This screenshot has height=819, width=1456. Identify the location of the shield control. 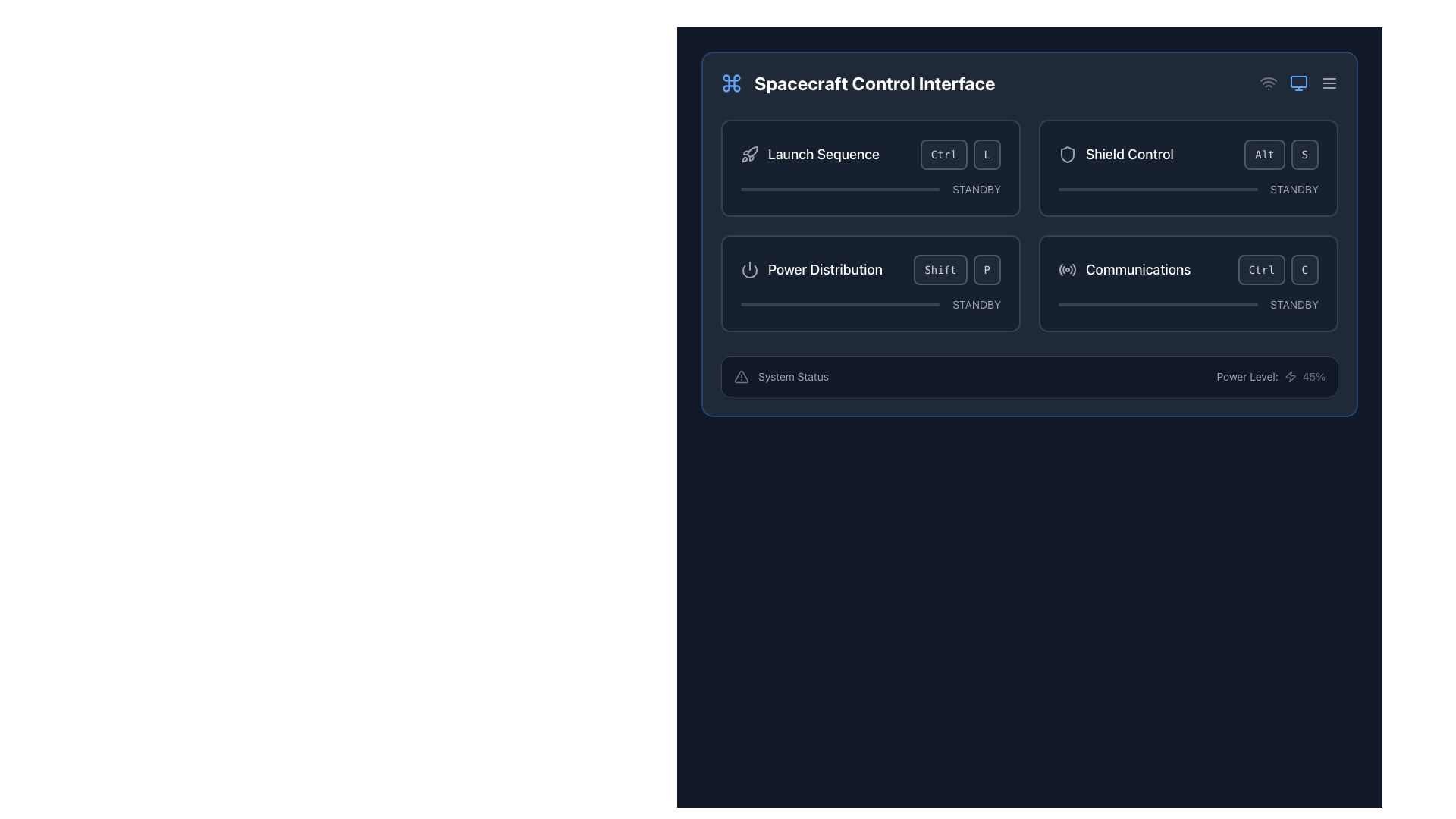
(1166, 189).